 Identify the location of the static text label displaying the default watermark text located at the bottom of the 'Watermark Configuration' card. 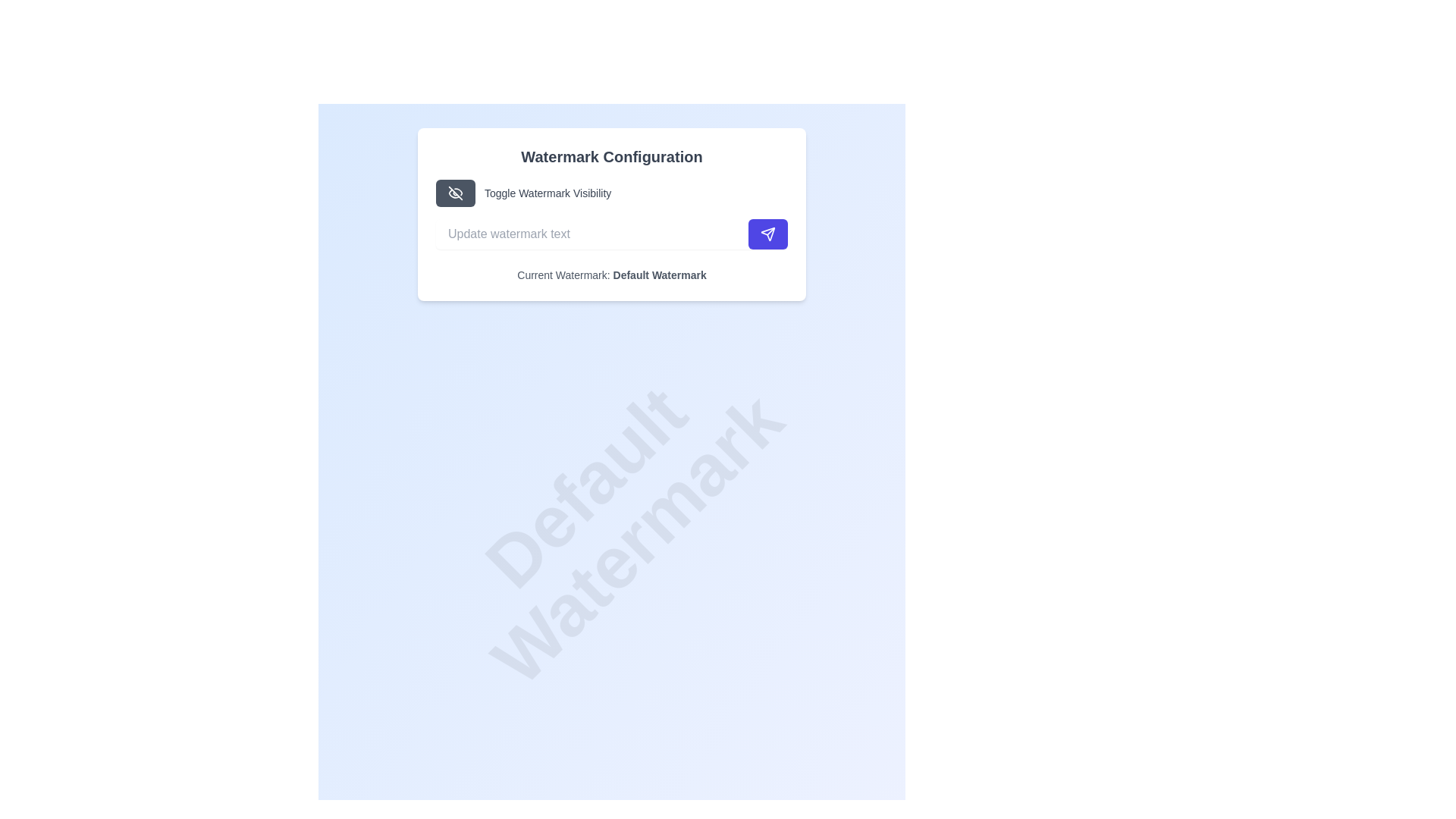
(660, 275).